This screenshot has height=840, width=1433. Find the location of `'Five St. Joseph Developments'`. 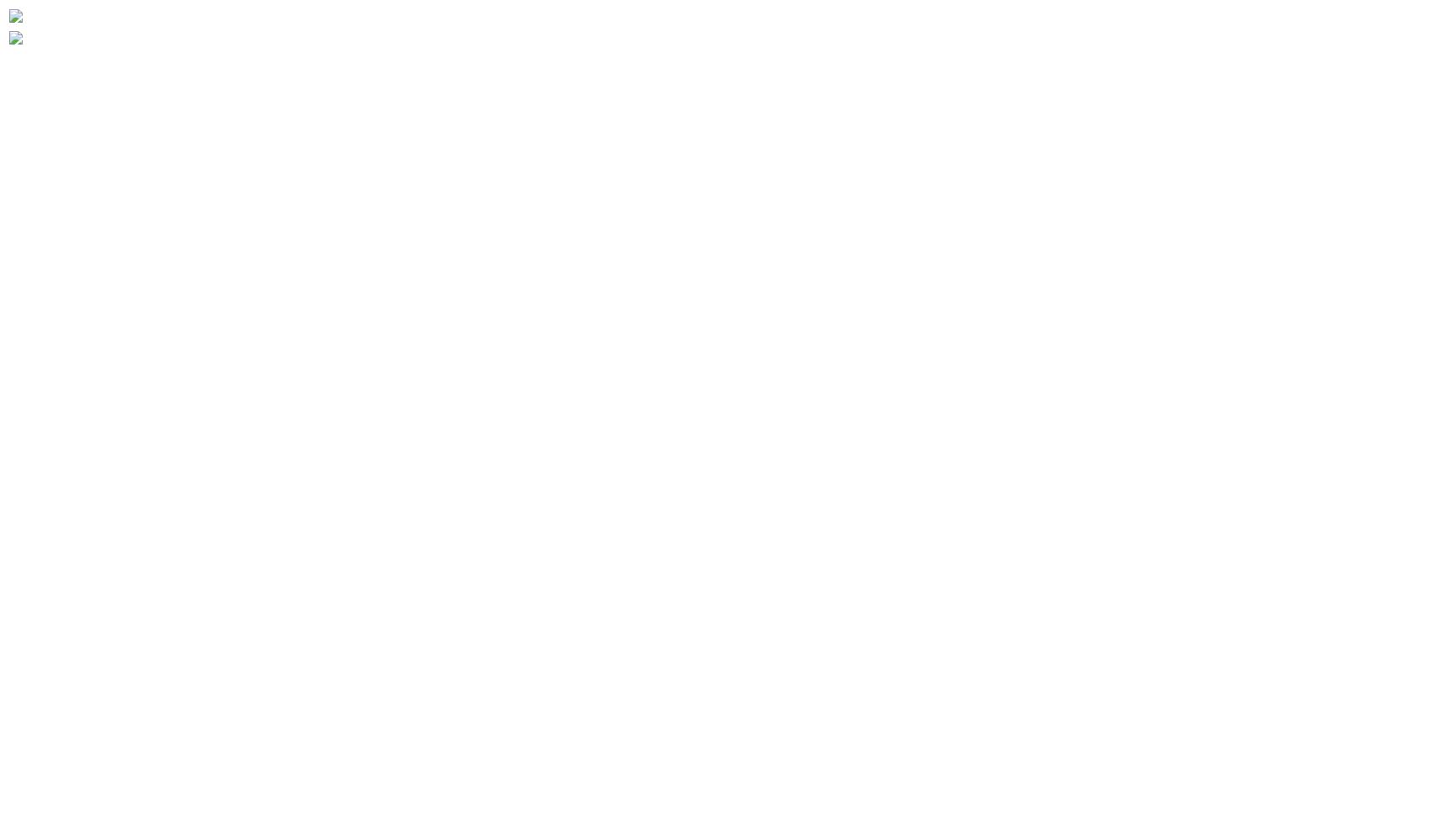

'Five St. Joseph Developments' is located at coordinates (149, 591).